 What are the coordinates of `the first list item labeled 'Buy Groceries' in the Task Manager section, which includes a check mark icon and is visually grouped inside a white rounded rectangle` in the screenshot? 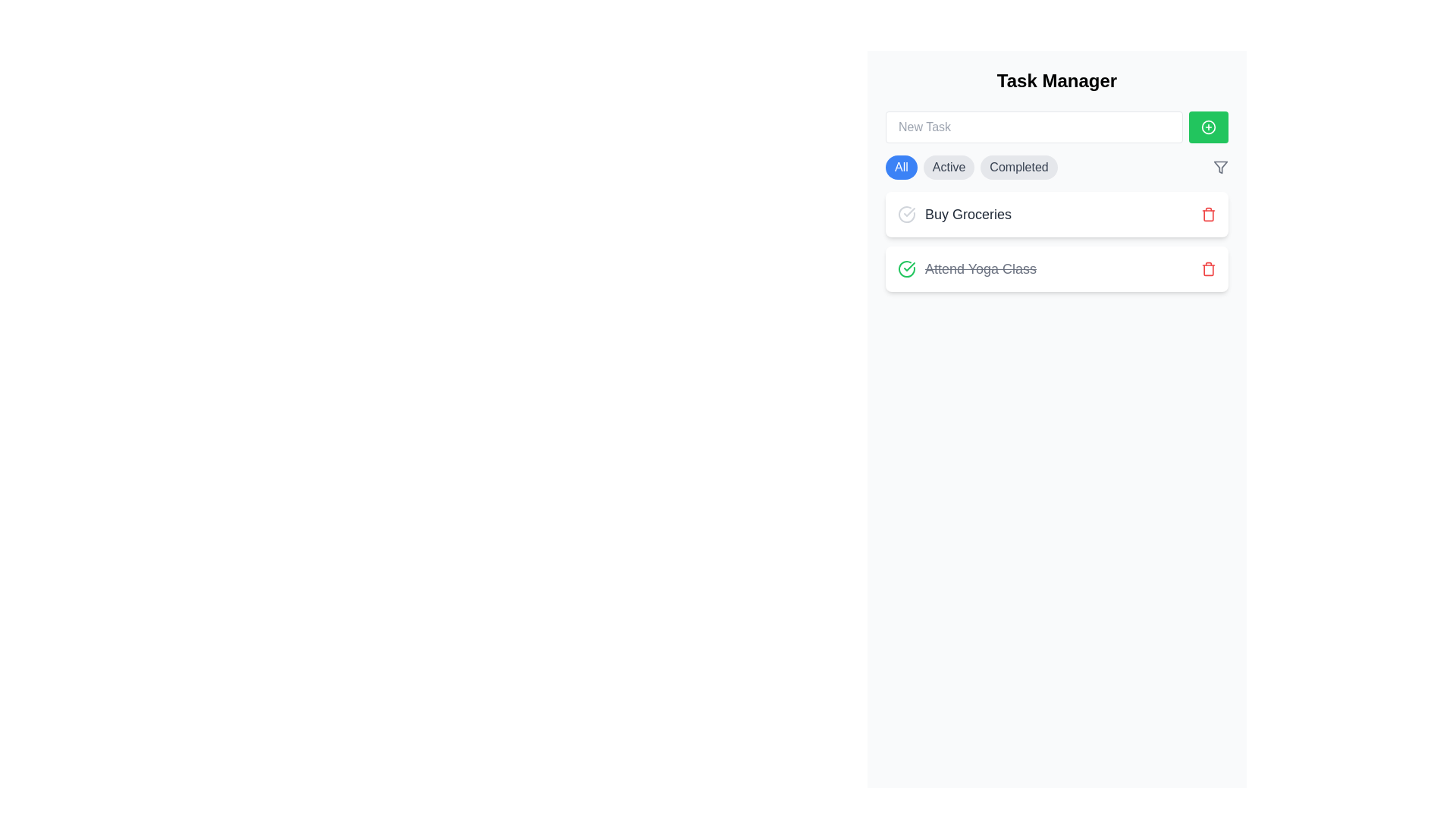 It's located at (953, 214).